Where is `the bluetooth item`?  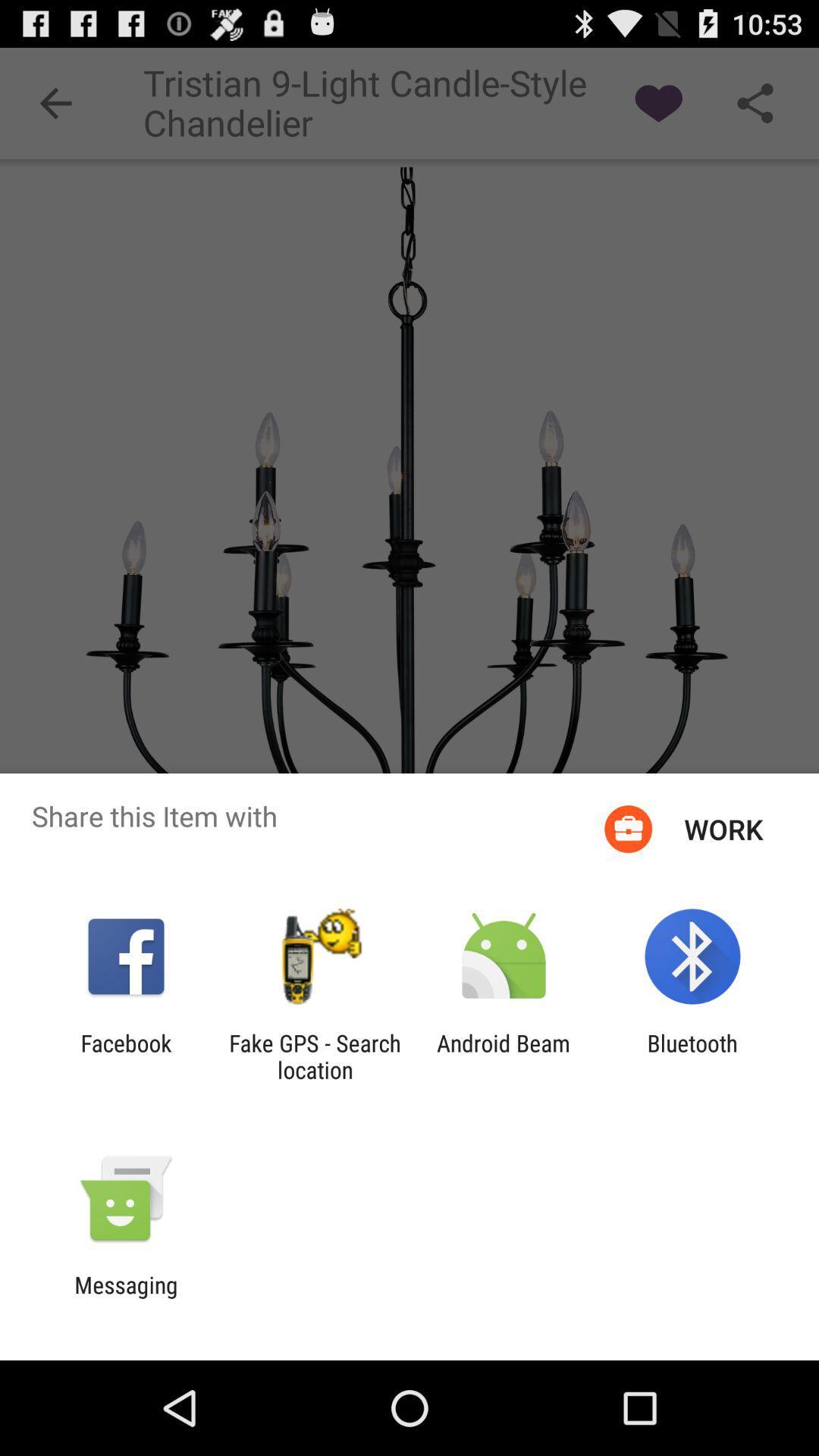 the bluetooth item is located at coordinates (692, 1056).